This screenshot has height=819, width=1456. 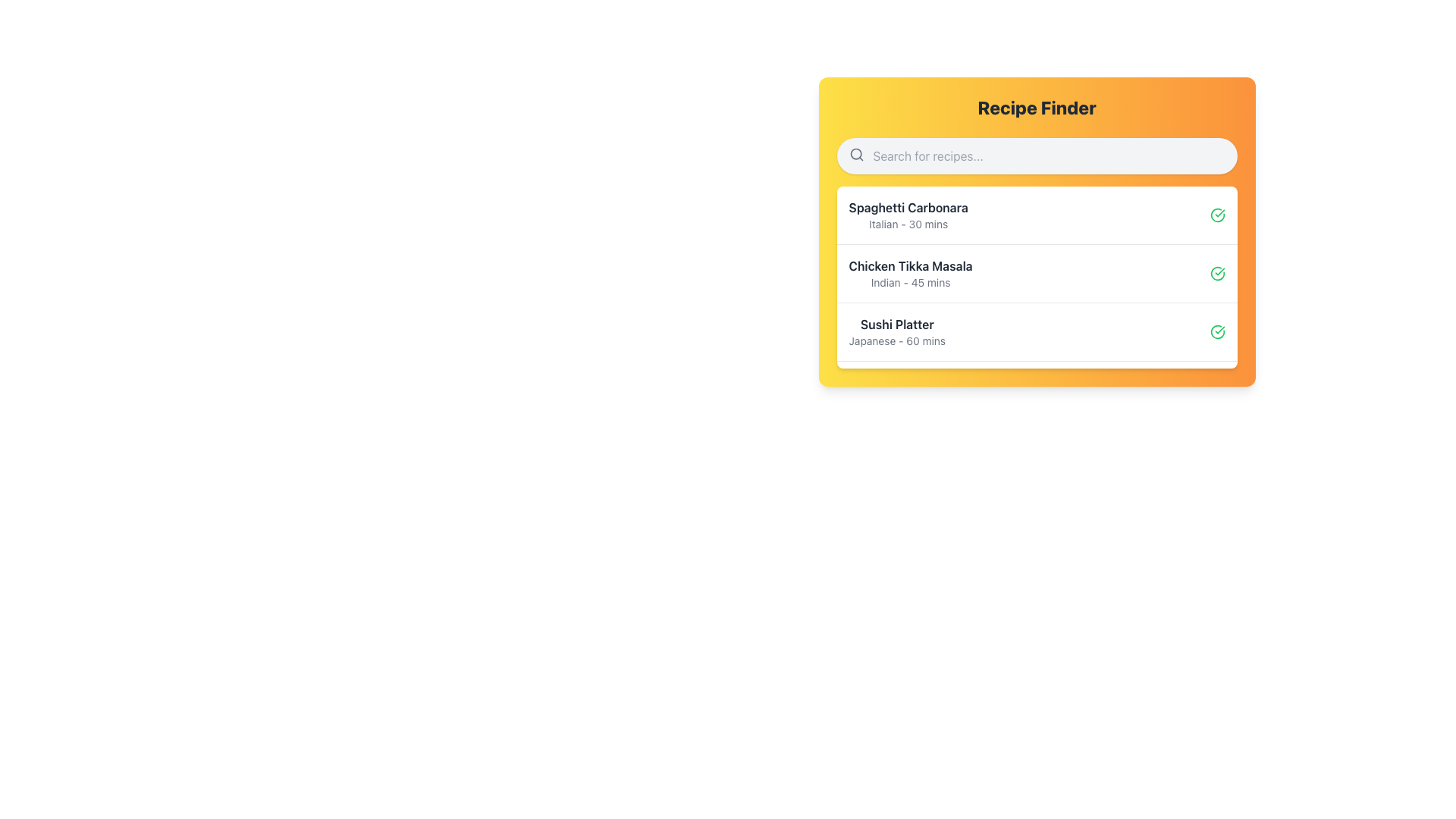 I want to click on the text block labeled 'Sushi Platter', so click(x=897, y=331).